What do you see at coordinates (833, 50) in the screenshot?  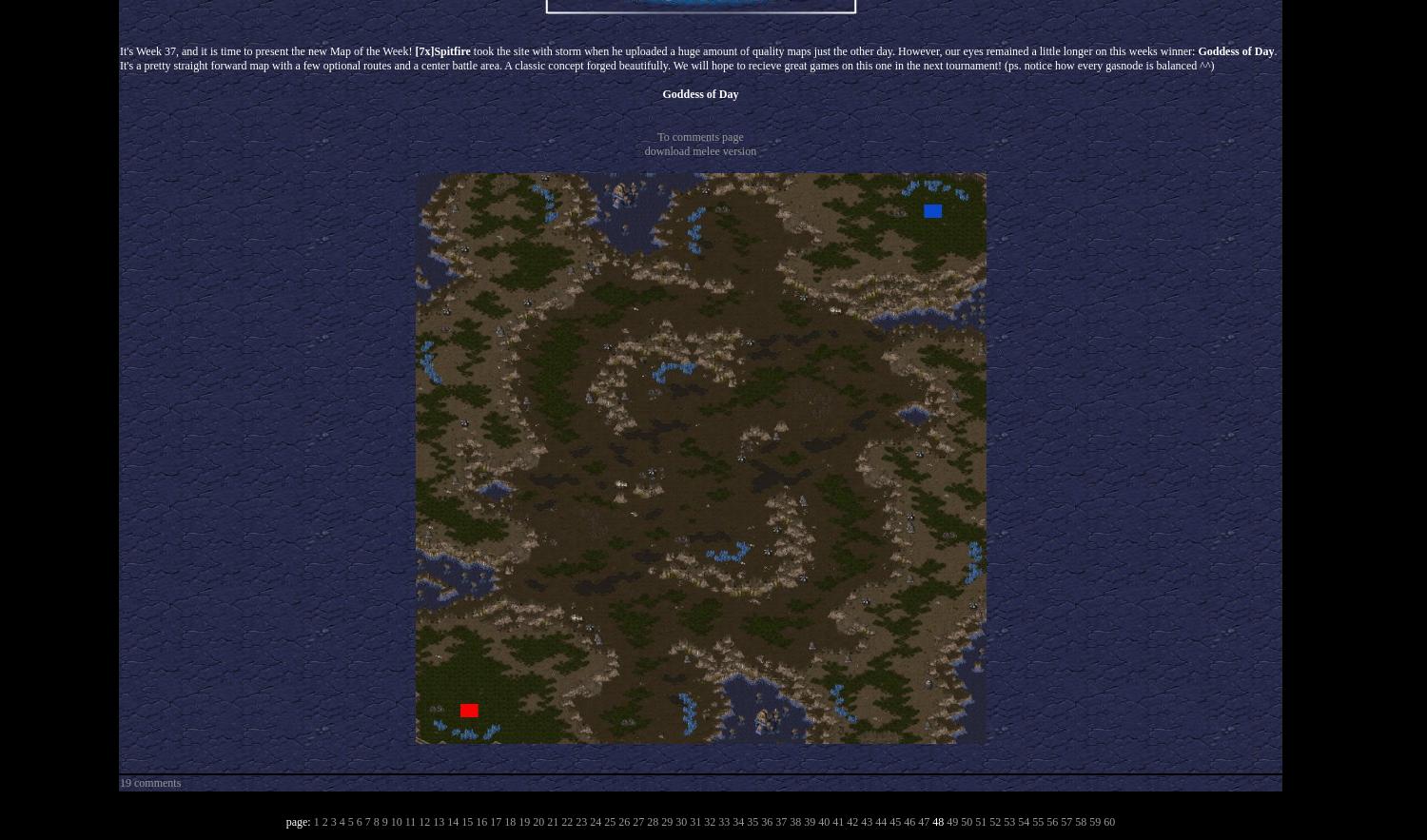 I see `'took the site with storm when he uploaded a huge amount of quality maps just the other day. However, our eyes remained a little longer on this weeks winner:'` at bounding box center [833, 50].